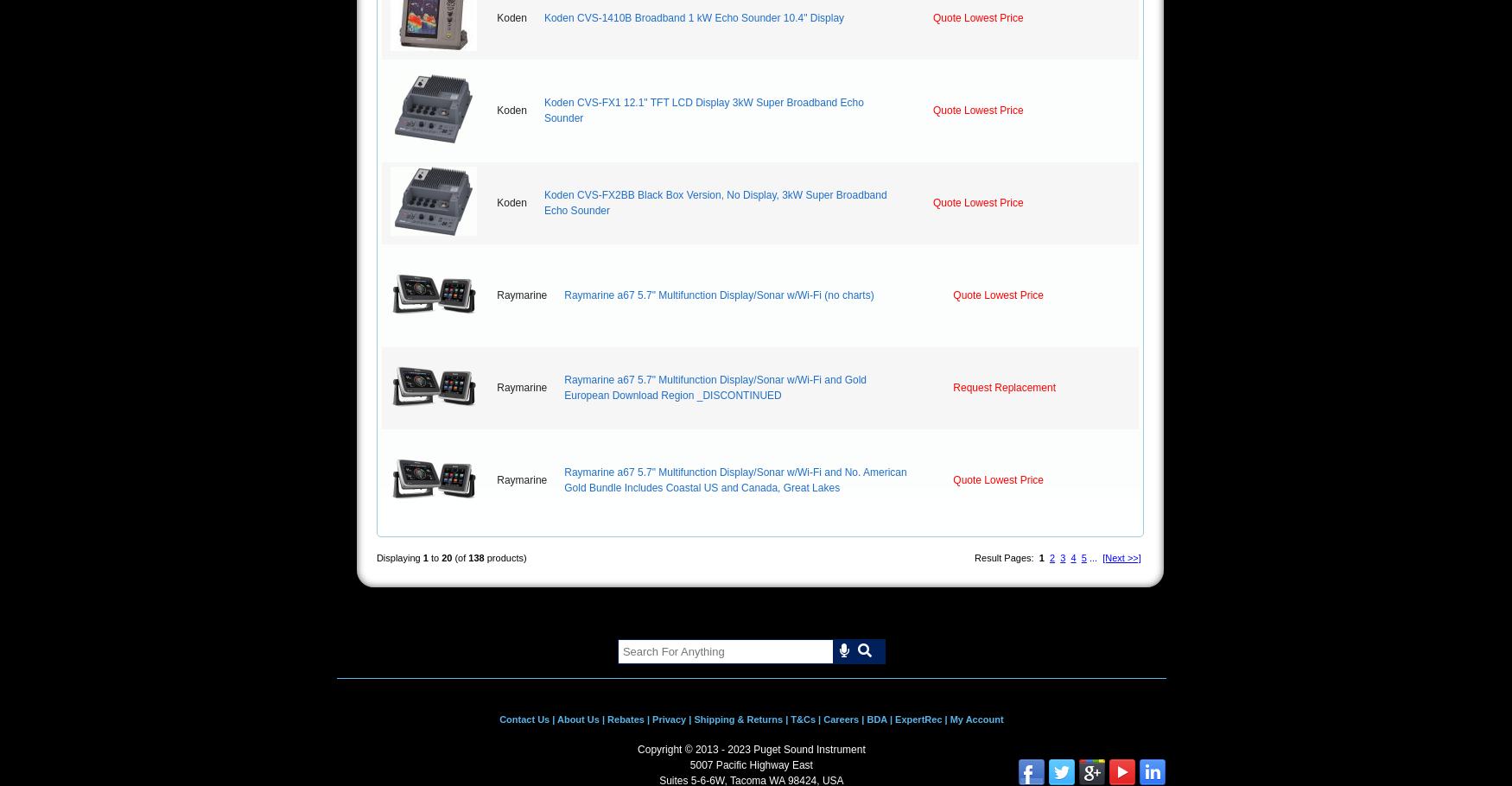 The width and height of the screenshot is (1512, 786). I want to click on 'Koden CVS-FX2BB Black Box Version, No Display, 3kW Super Broadband Echo Sounder', so click(715, 202).